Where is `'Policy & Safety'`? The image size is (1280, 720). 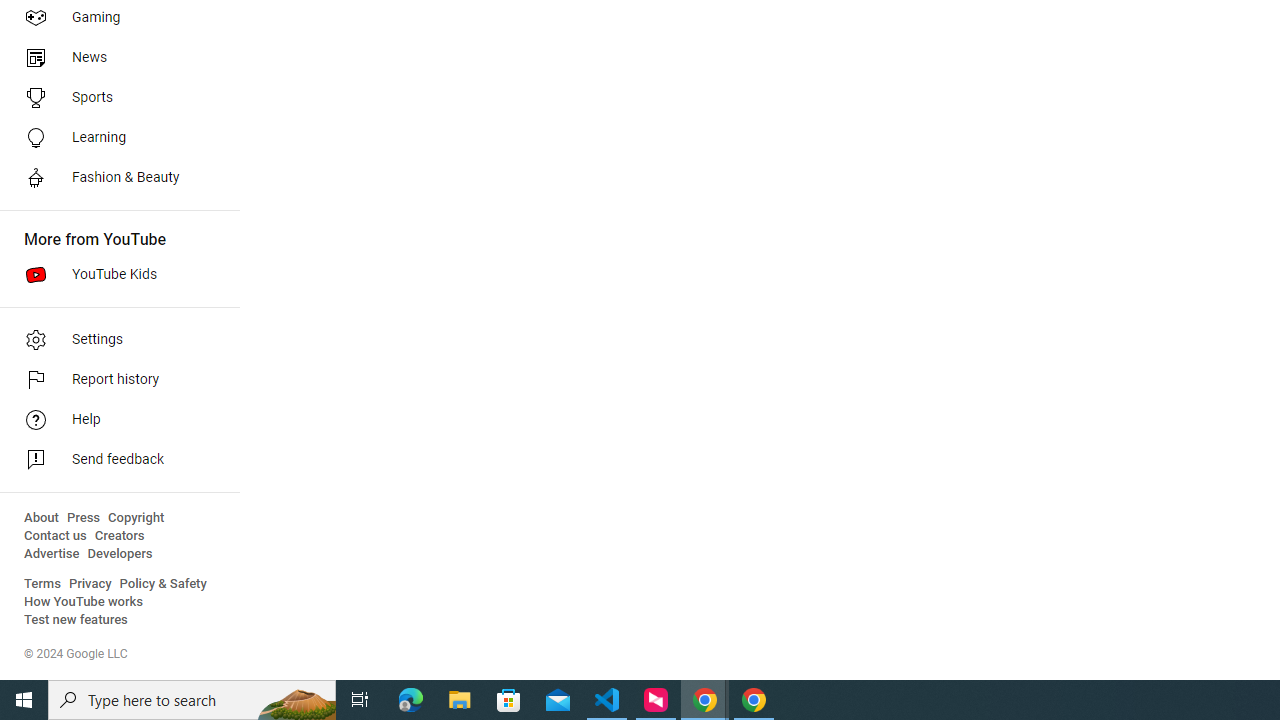 'Policy & Safety' is located at coordinates (163, 584).